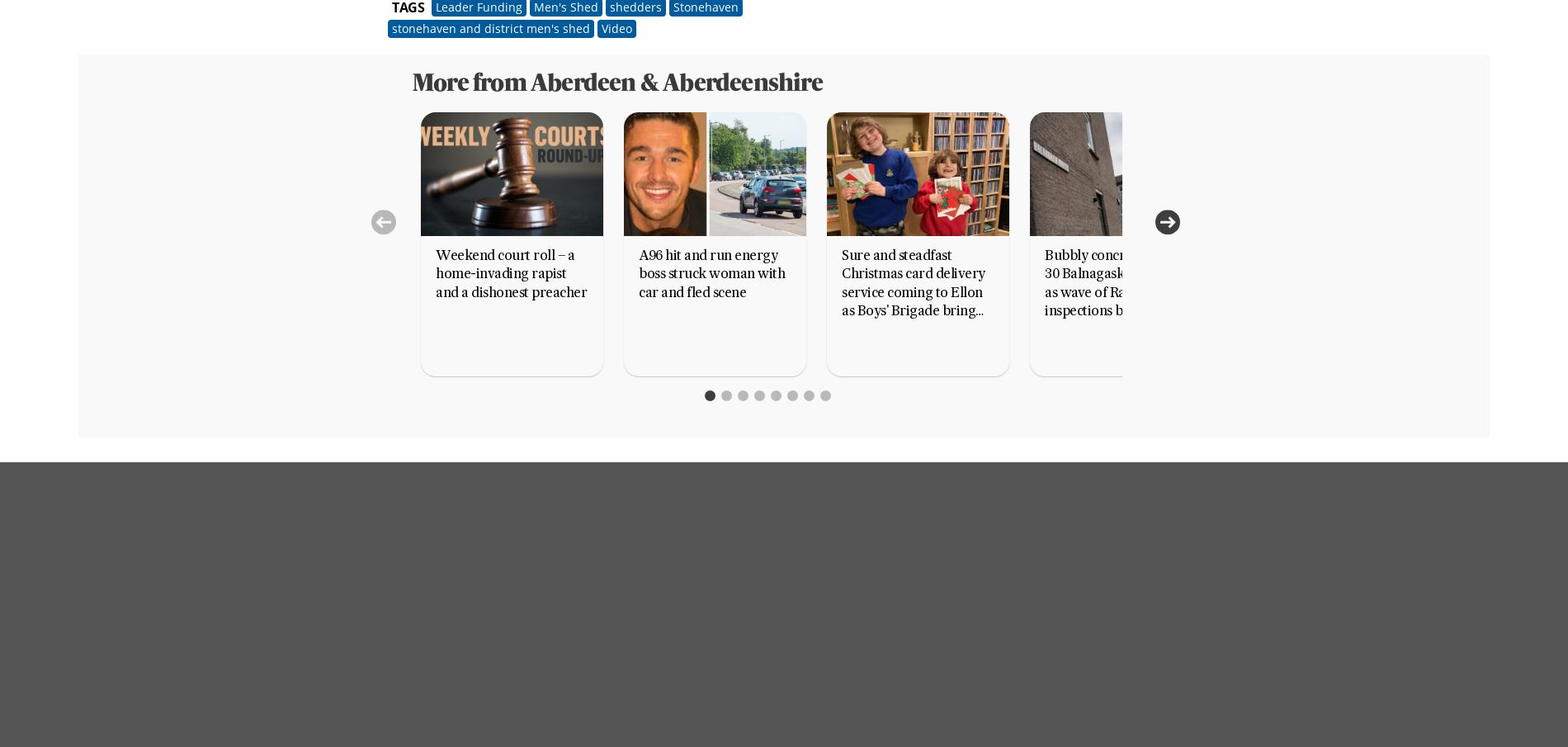  Describe the element at coordinates (648, 613) in the screenshot. I see `'Advertise with us'` at that location.